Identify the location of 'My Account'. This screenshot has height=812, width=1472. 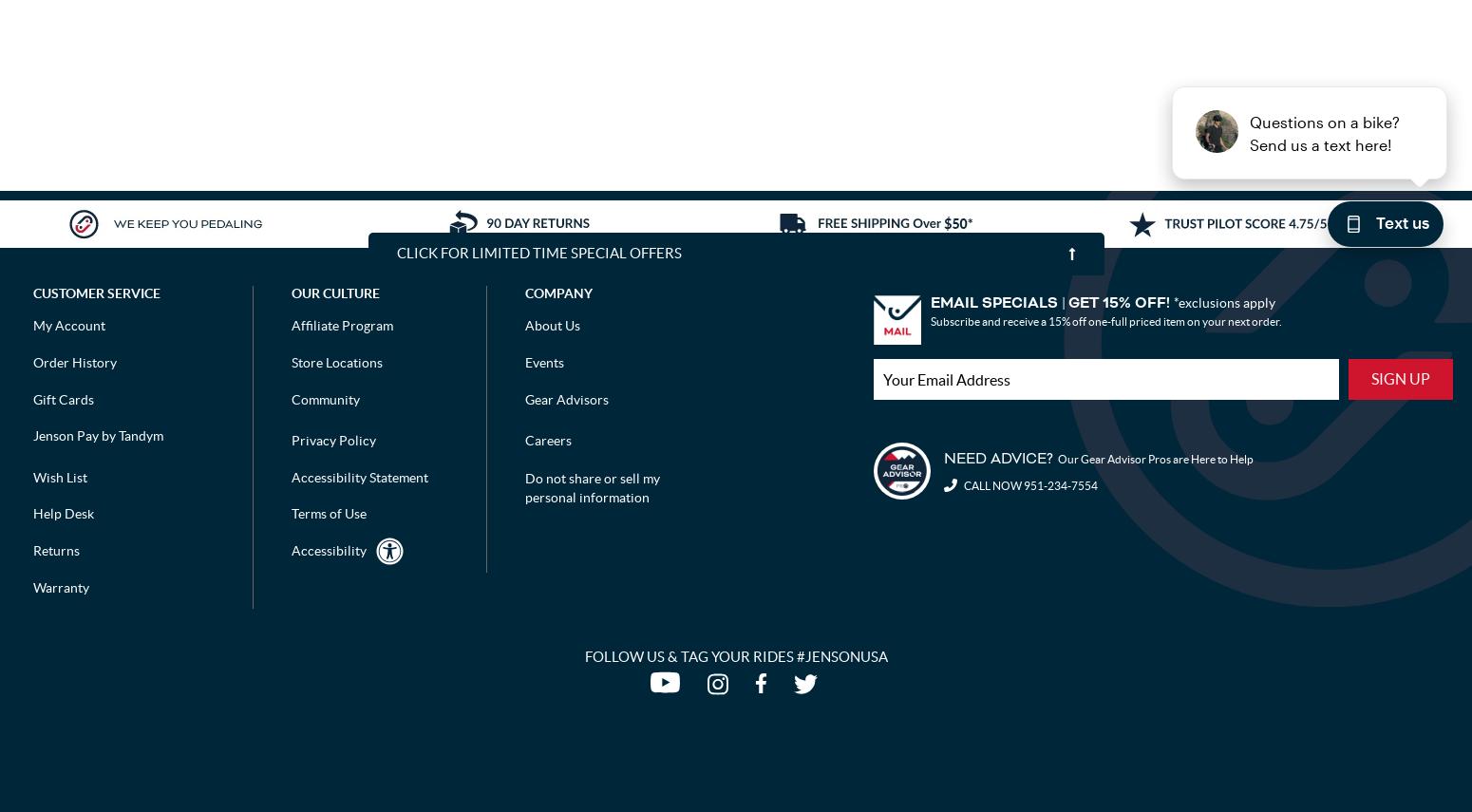
(32, 326).